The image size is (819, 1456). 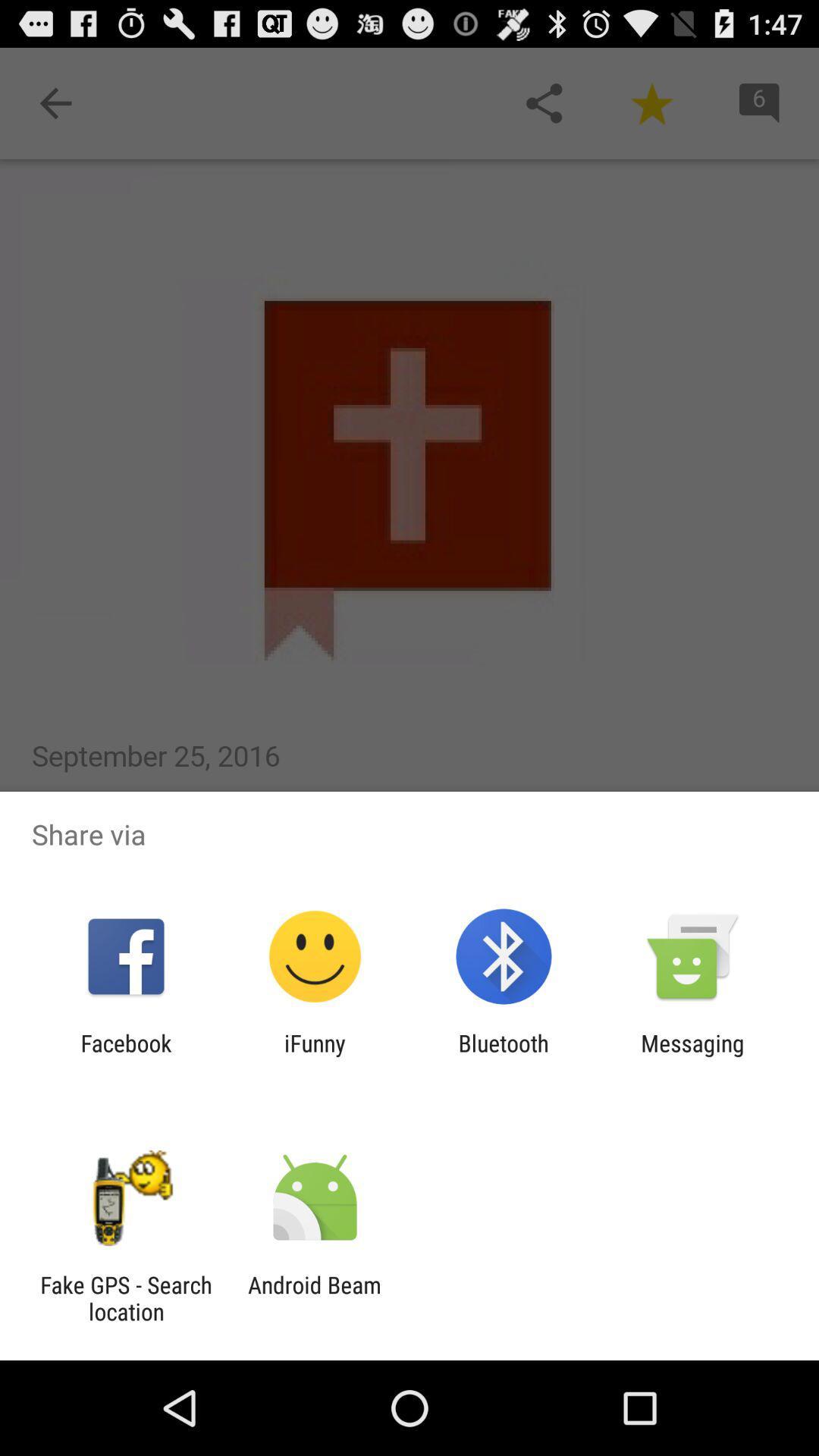 I want to click on the app to the left of the ifunny item, so click(x=125, y=1056).